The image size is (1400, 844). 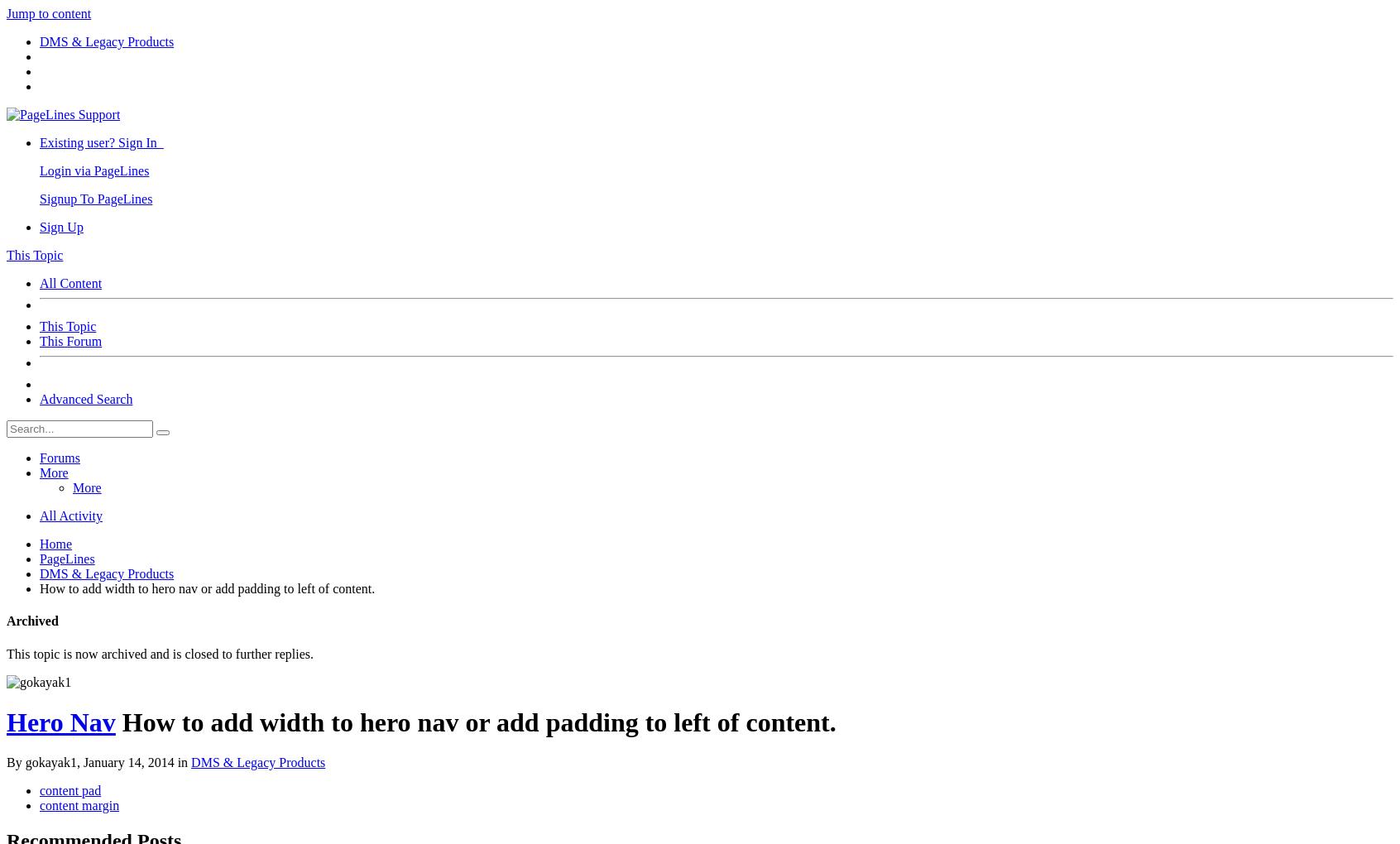 I want to click on 'Advanced Search', so click(x=86, y=399).